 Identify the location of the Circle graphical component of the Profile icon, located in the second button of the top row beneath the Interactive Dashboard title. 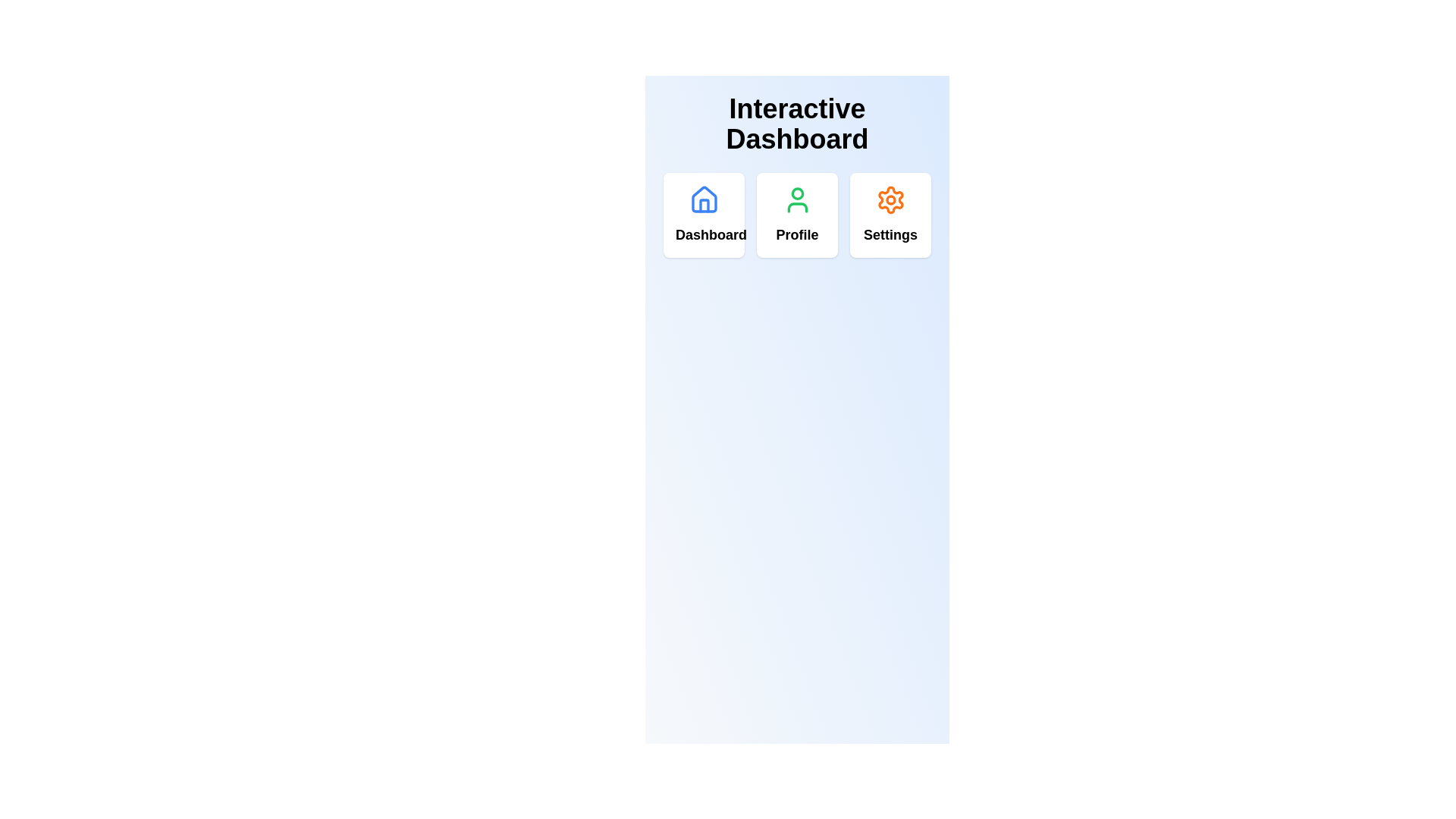
(796, 193).